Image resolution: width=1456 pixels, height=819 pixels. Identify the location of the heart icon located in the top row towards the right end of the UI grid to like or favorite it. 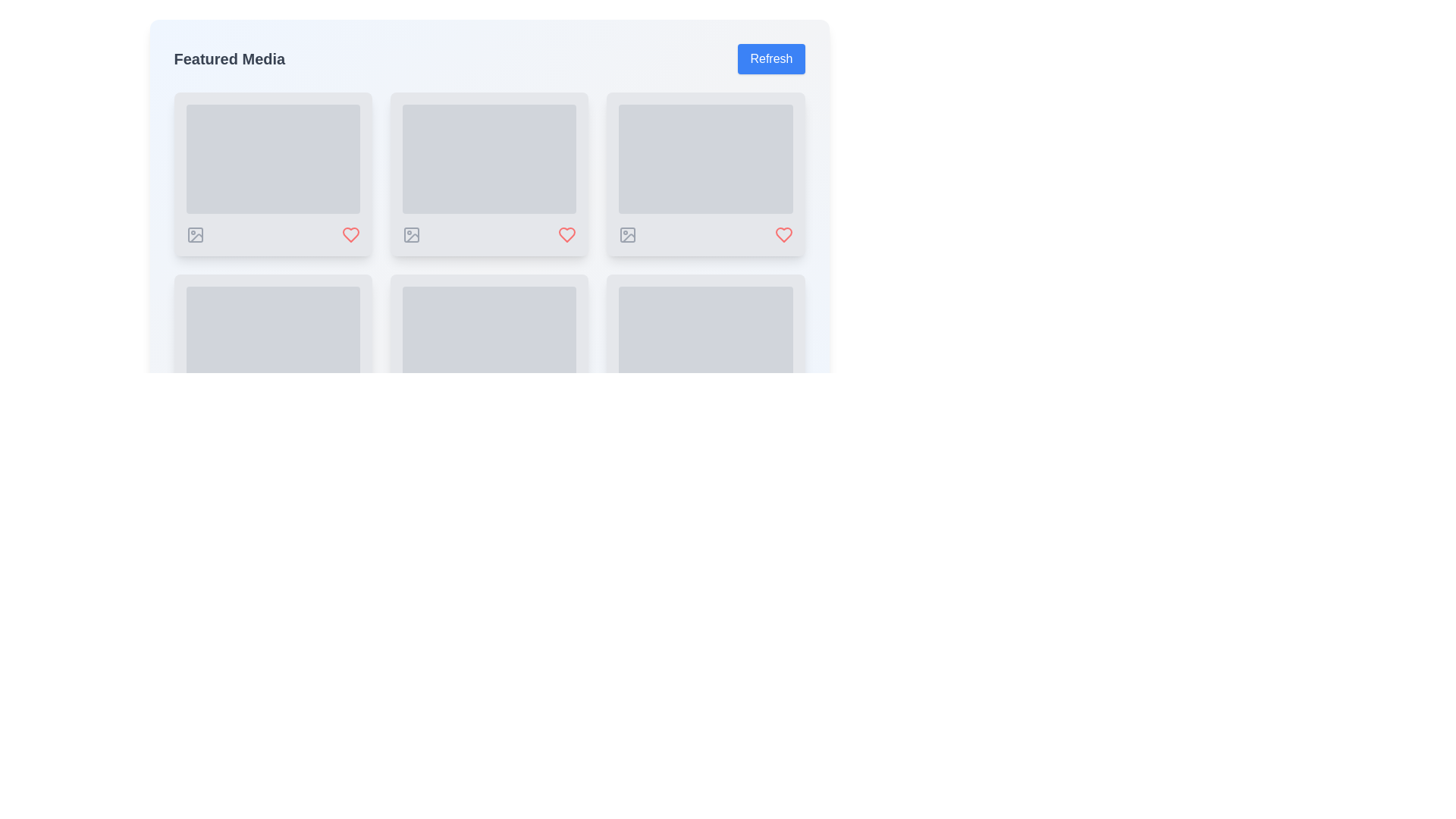
(783, 234).